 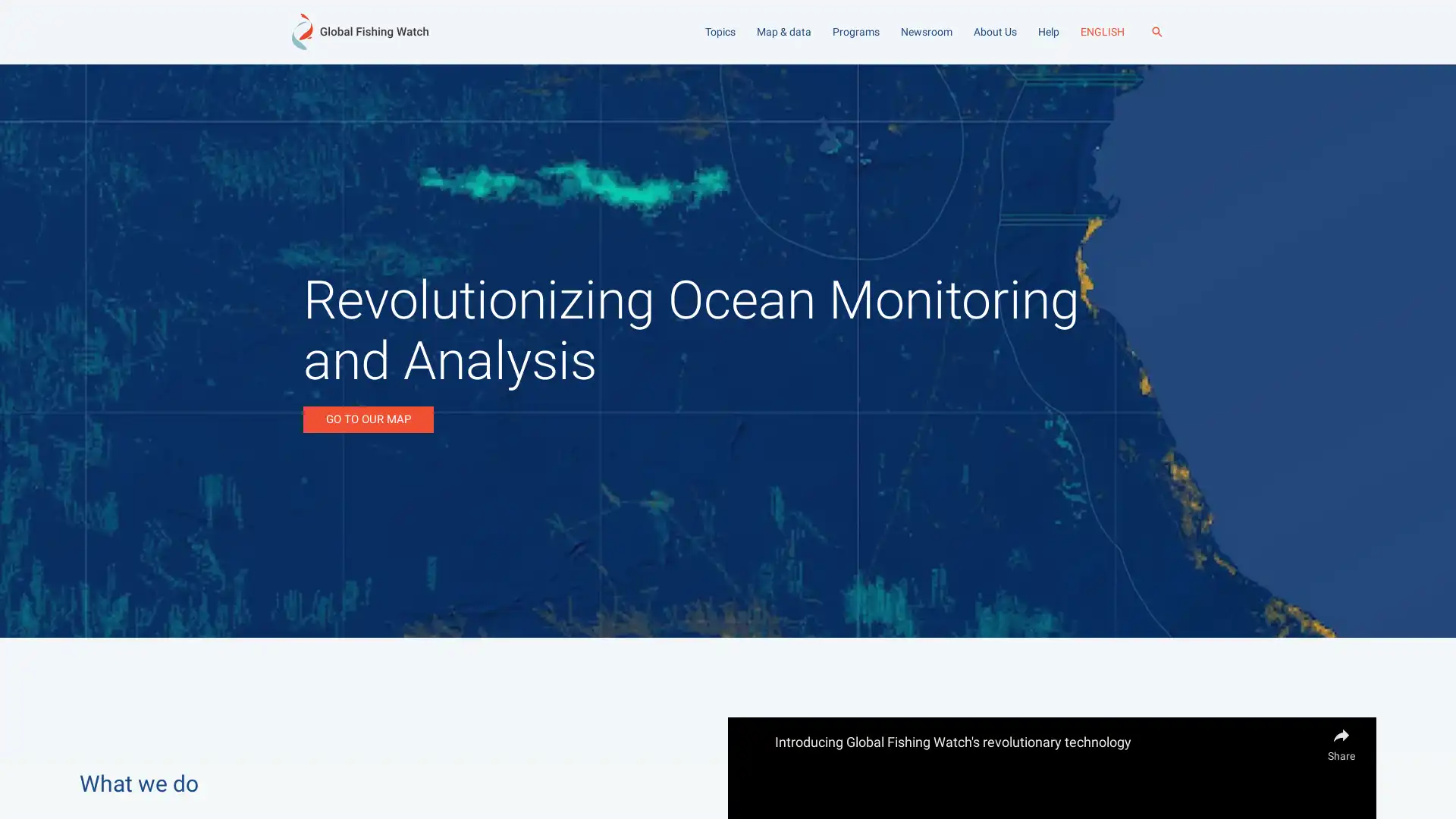 I want to click on GO TO OUR MAP, so click(x=368, y=419).